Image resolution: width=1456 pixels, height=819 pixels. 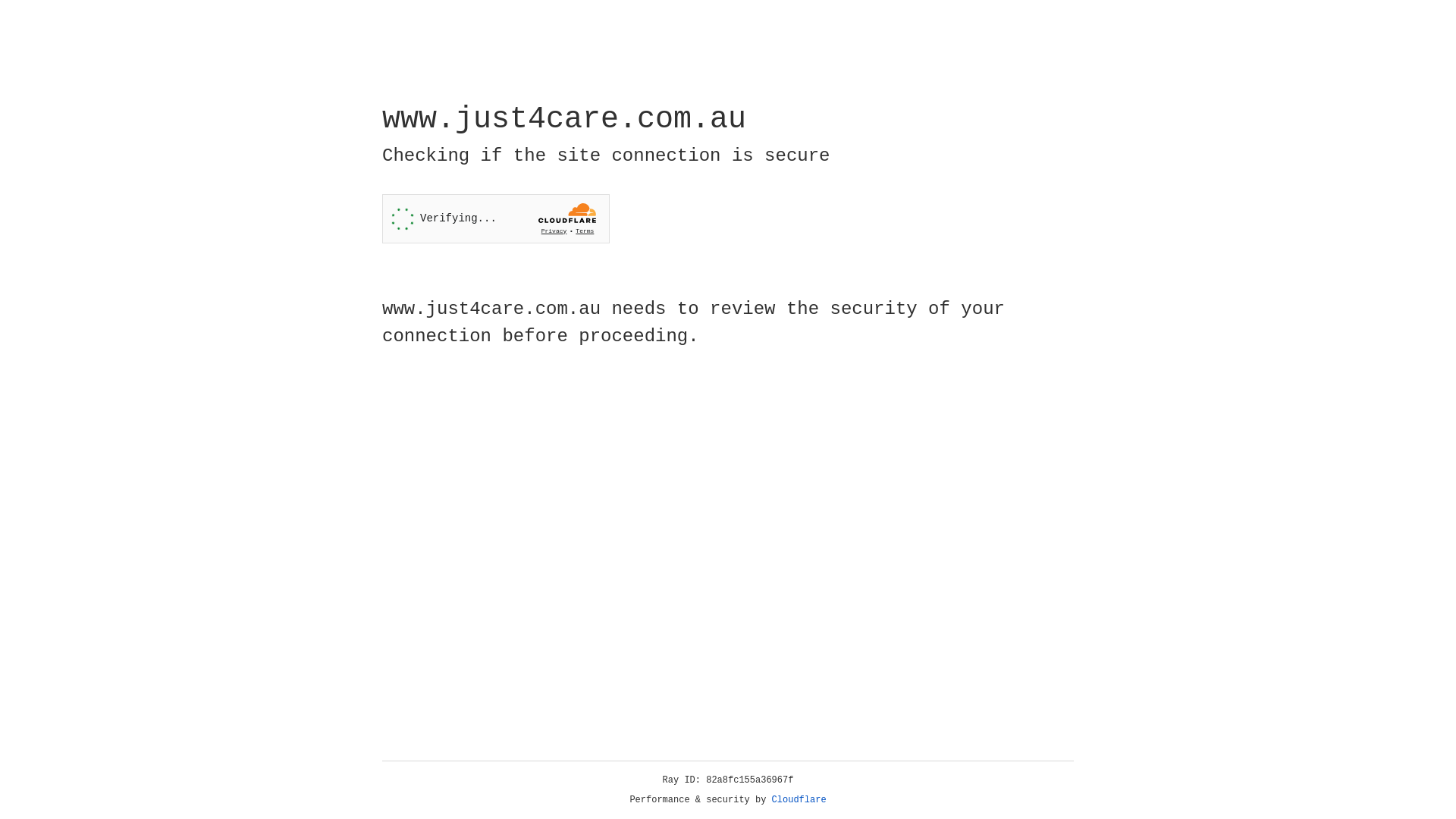 What do you see at coordinates (495, 218) in the screenshot?
I see `'Widget containing a Cloudflare security challenge'` at bounding box center [495, 218].